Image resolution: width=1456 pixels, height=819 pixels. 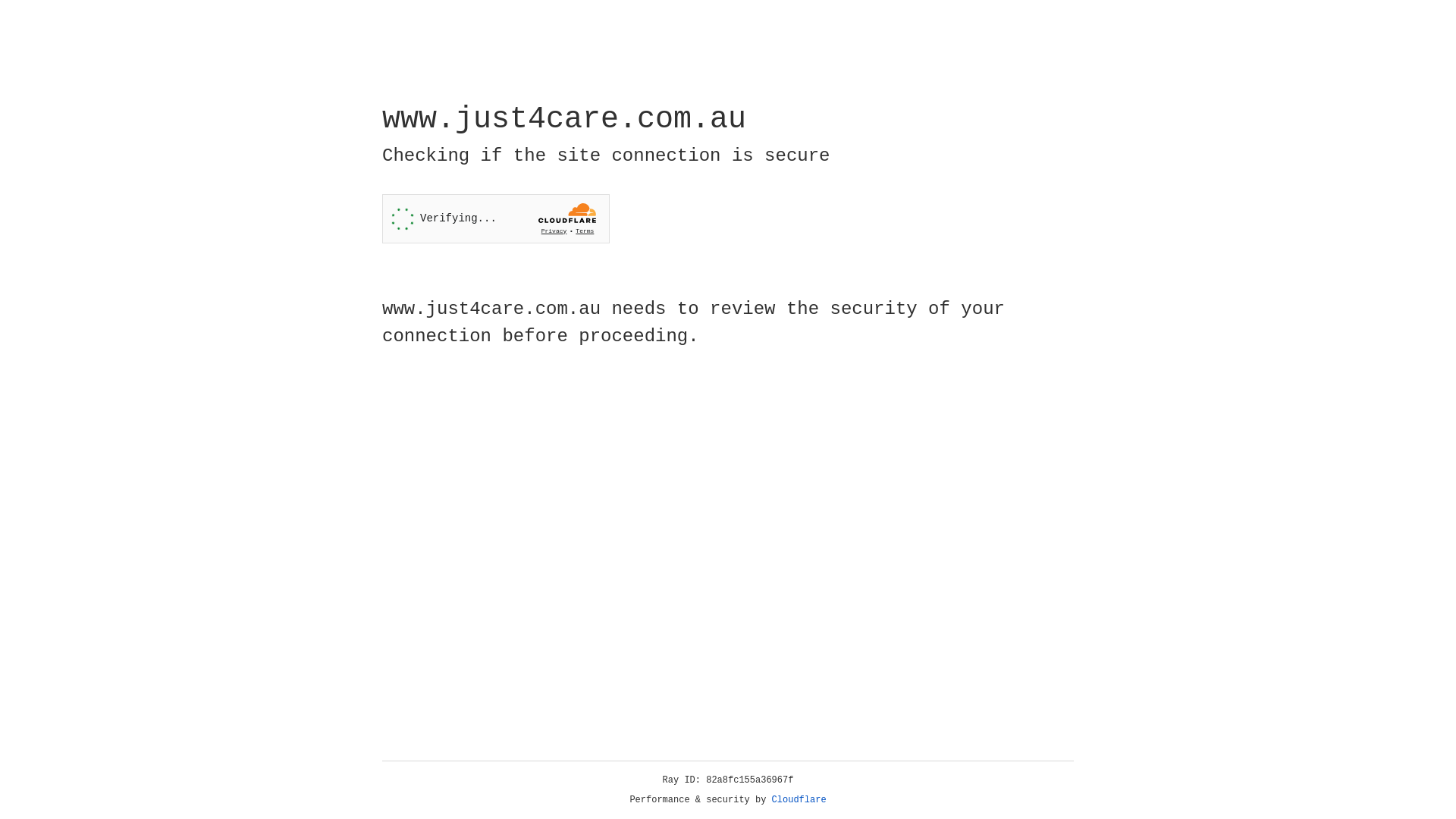 What do you see at coordinates (495, 218) in the screenshot?
I see `'Widget containing a Cloudflare security challenge'` at bounding box center [495, 218].